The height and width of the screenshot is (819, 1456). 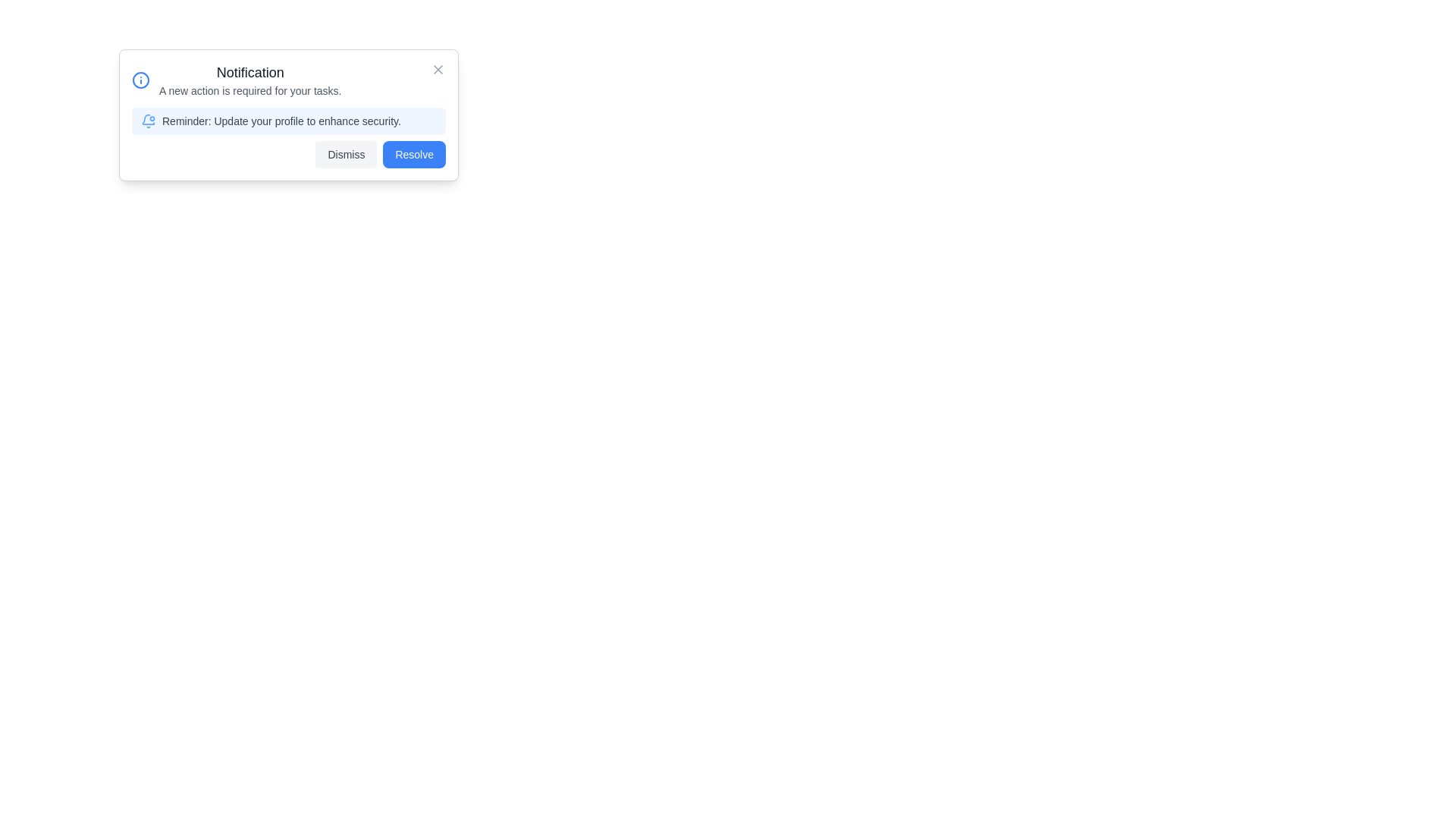 I want to click on the button located at the bottom-right of the notification popup to resolve the notification, which is positioned to the right of the 'Dismiss' button, so click(x=414, y=155).